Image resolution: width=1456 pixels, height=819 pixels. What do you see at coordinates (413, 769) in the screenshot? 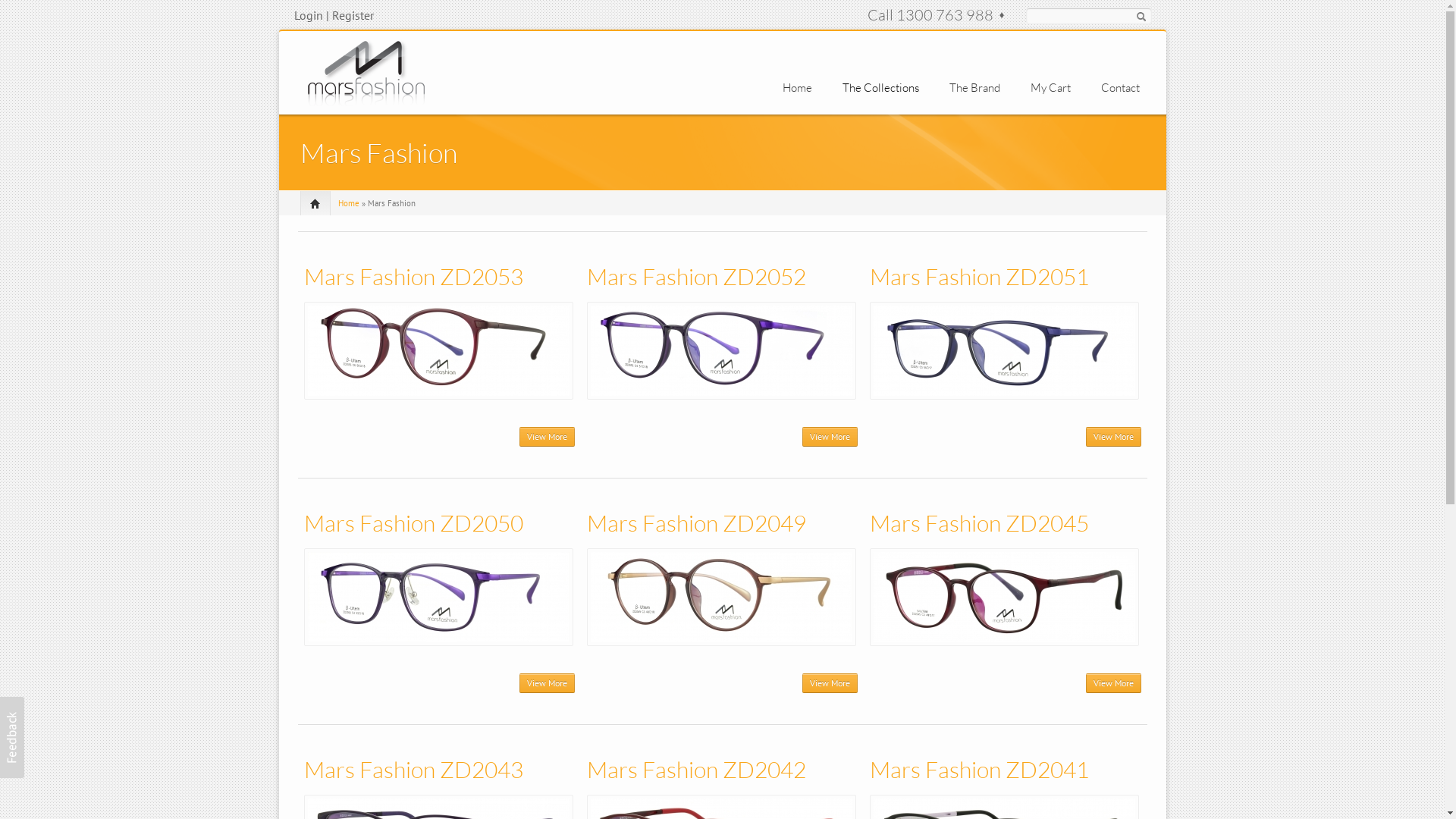
I see `'Mars Fashion ZD2043'` at bounding box center [413, 769].